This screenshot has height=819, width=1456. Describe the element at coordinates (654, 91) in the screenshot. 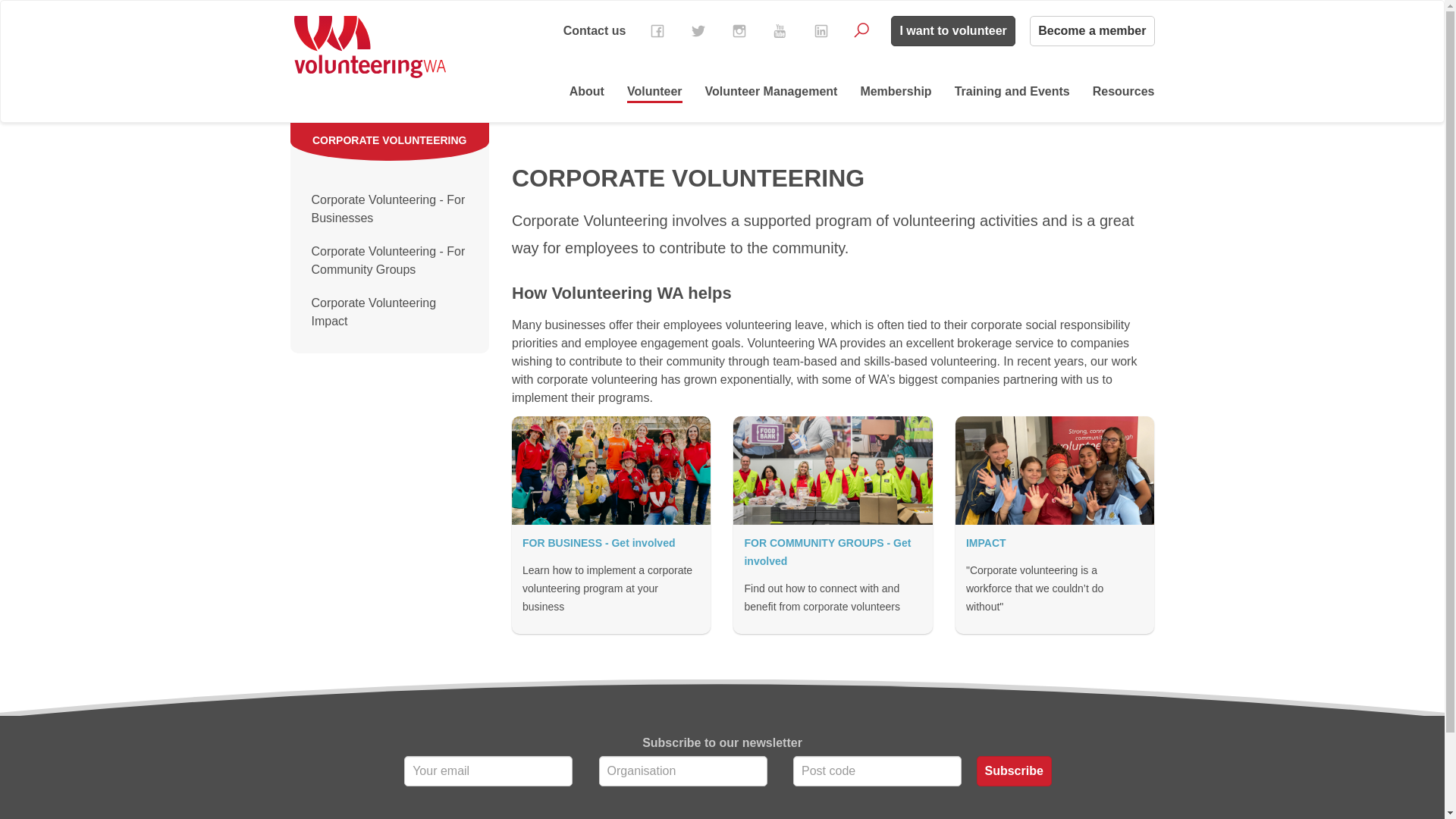

I see `'Volunteer'` at that location.